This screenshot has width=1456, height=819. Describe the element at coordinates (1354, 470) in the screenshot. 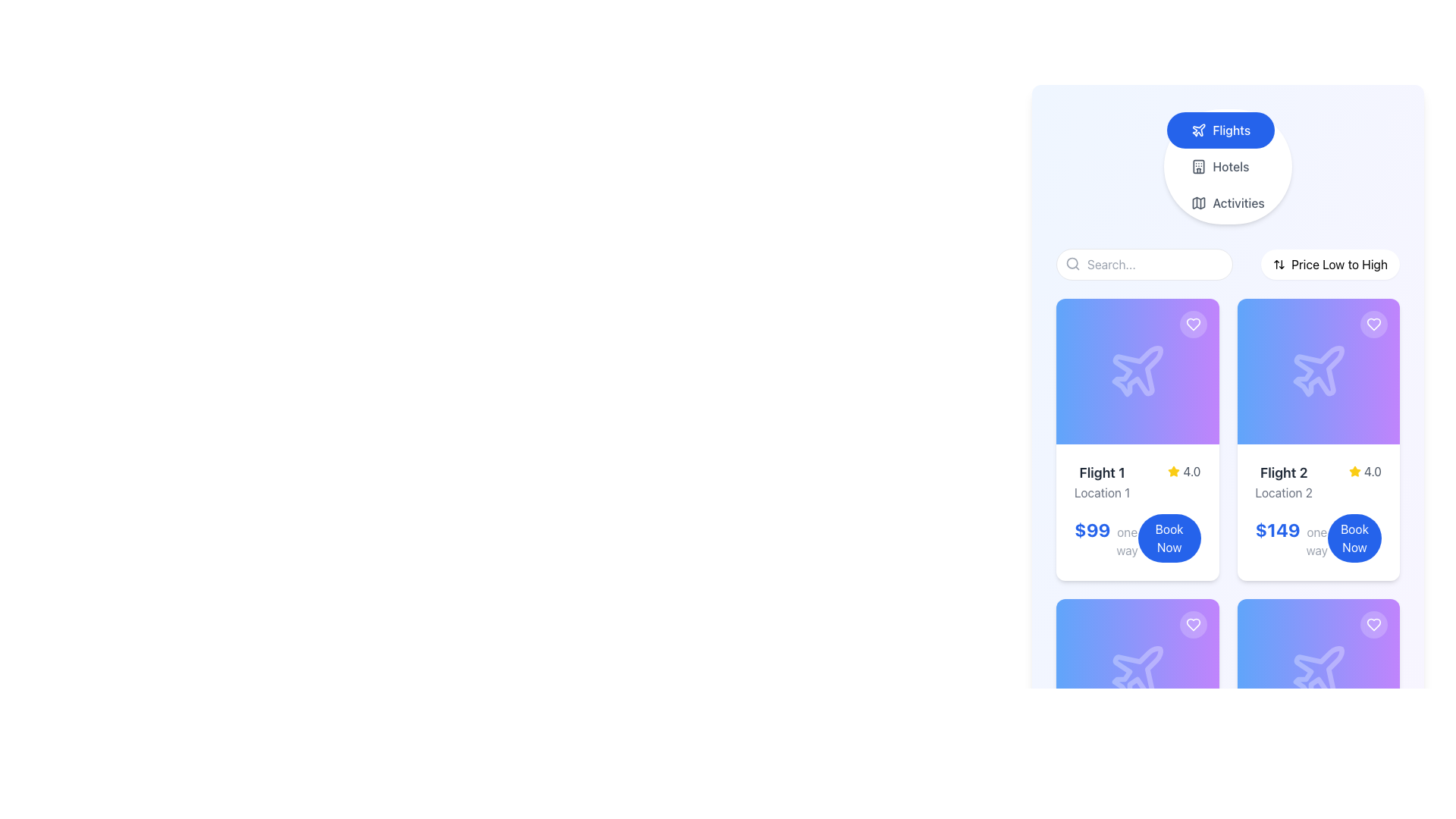

I see `the yellow star icon indicating ratings located to the right of the title 'Flight 2' in the second card of flight options` at that location.